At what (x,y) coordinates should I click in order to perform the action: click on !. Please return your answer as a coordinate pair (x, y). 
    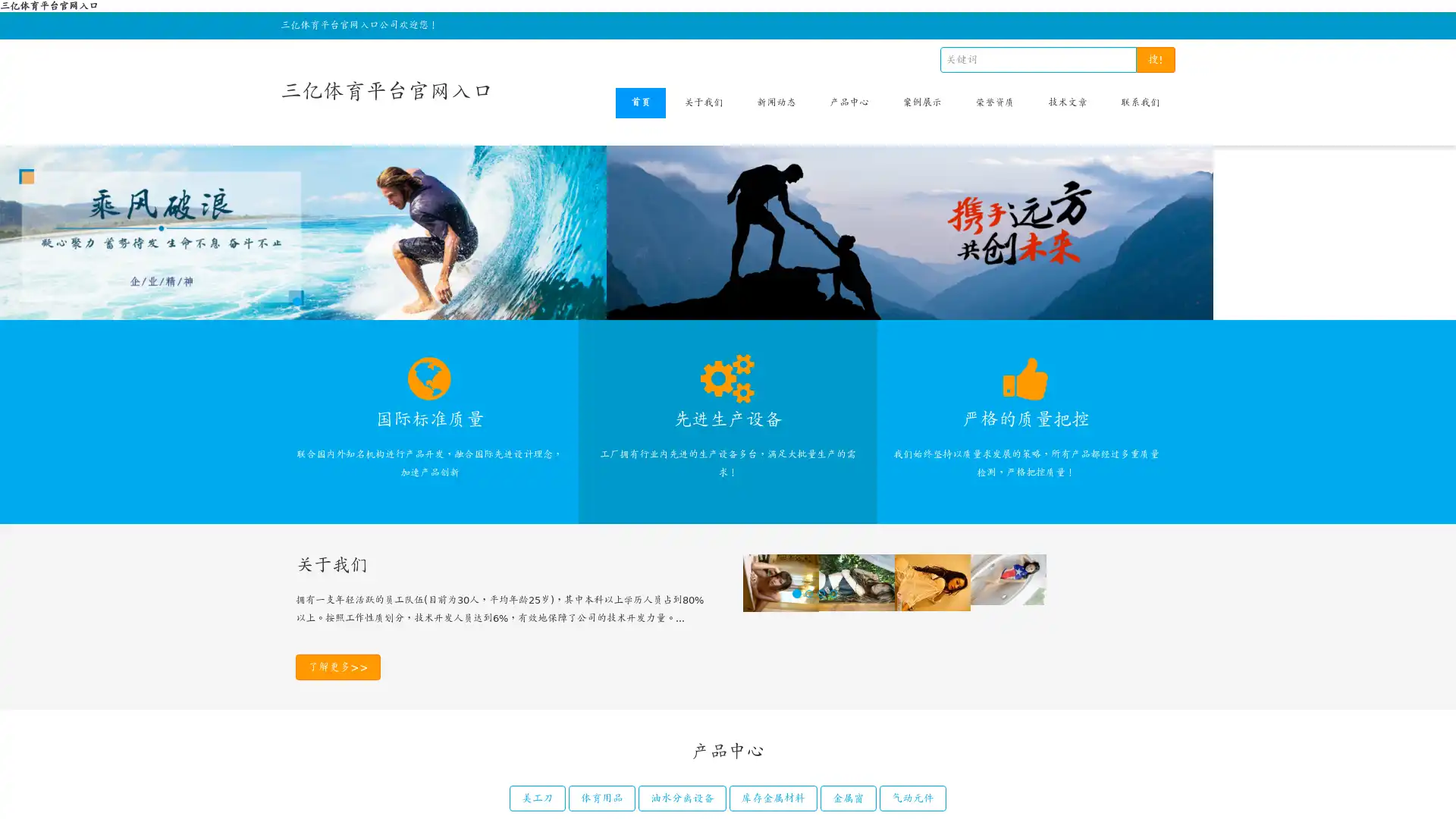
    Looking at the image, I should click on (1155, 58).